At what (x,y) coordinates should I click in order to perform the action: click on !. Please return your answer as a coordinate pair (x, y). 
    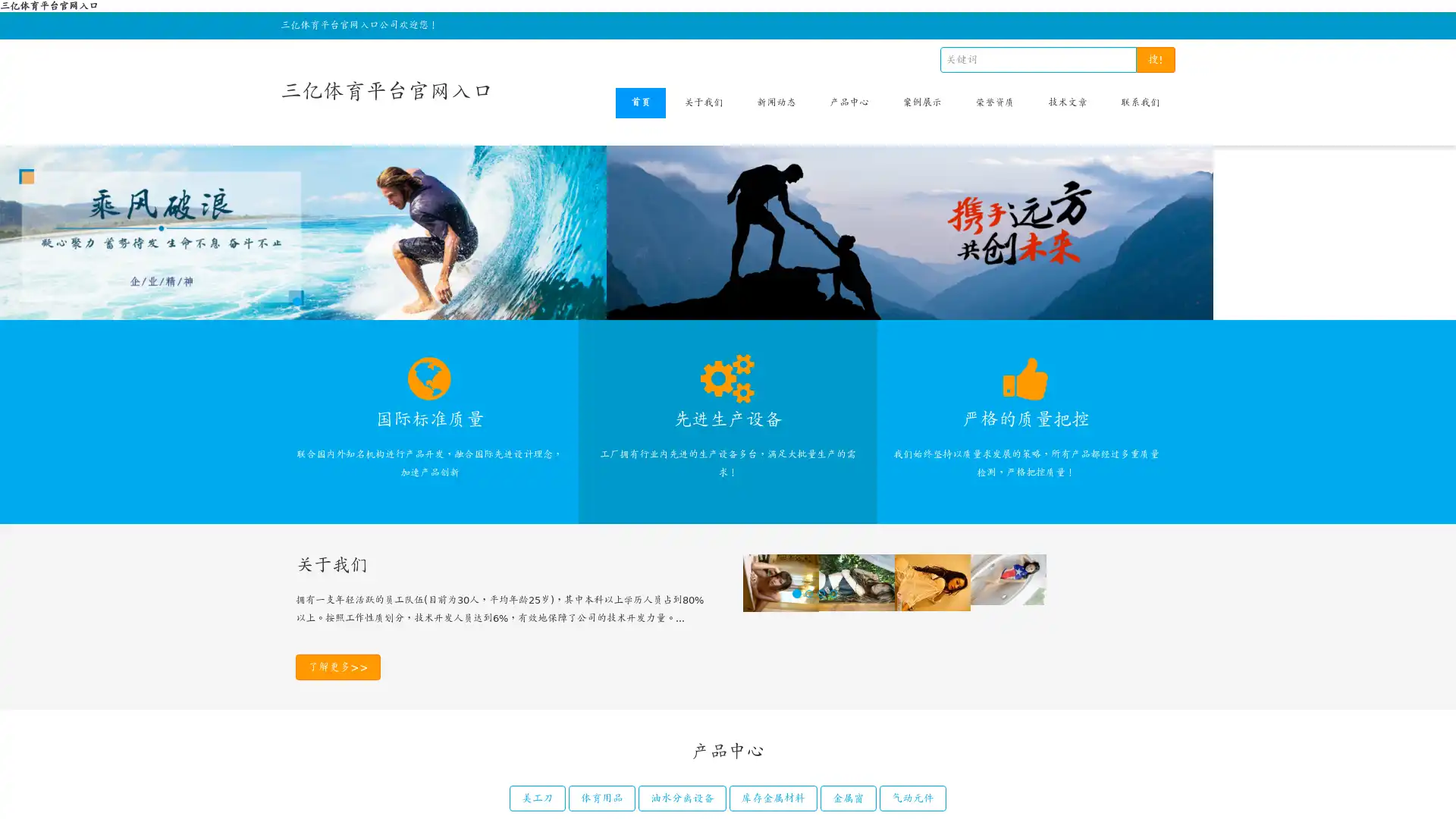
    Looking at the image, I should click on (1155, 58).